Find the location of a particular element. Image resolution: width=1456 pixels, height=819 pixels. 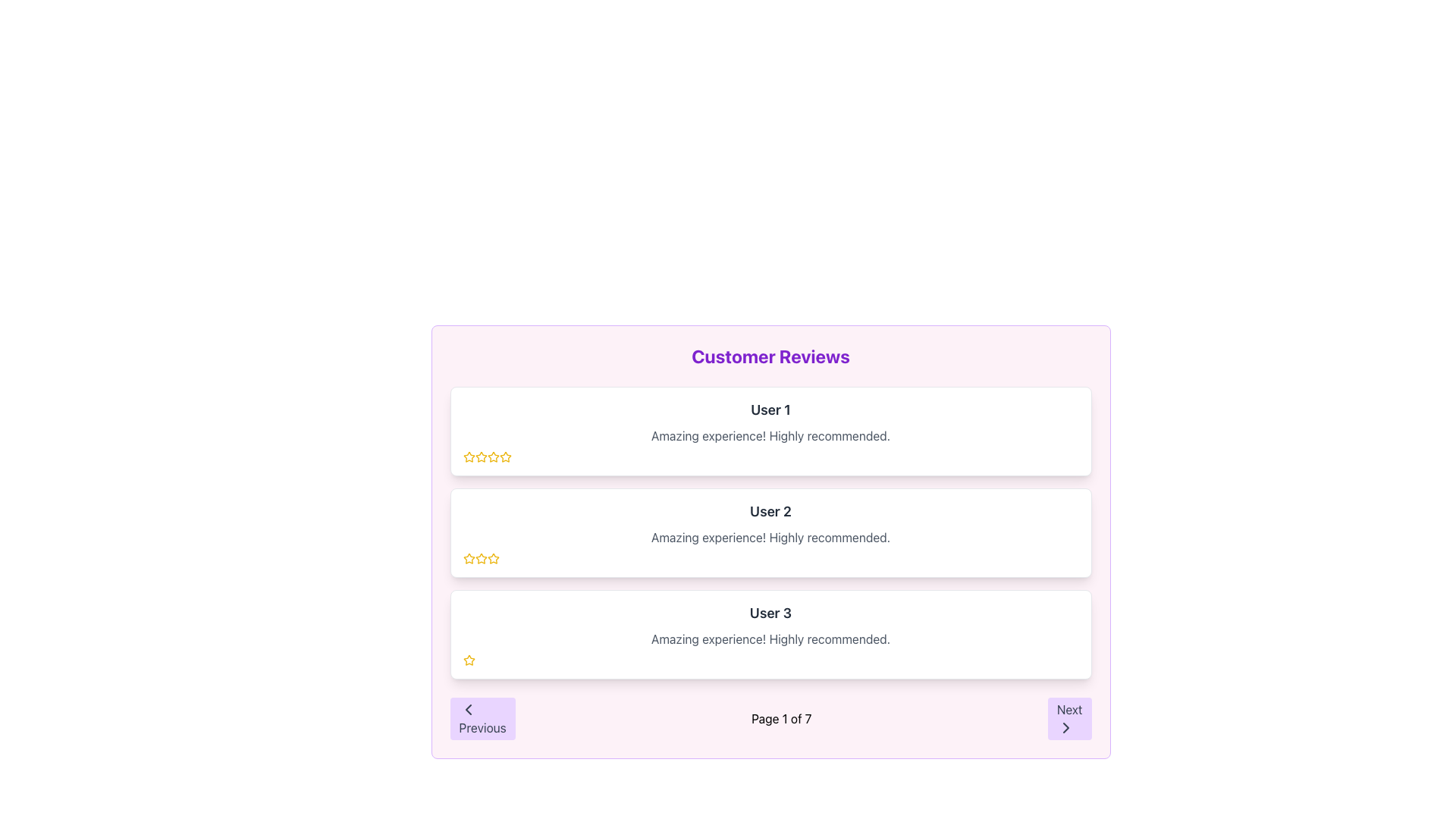

the first star icon in the rating bar for 'User 1', which is a star-shaped icon with a golden-yellow outline is located at coordinates (505, 456).